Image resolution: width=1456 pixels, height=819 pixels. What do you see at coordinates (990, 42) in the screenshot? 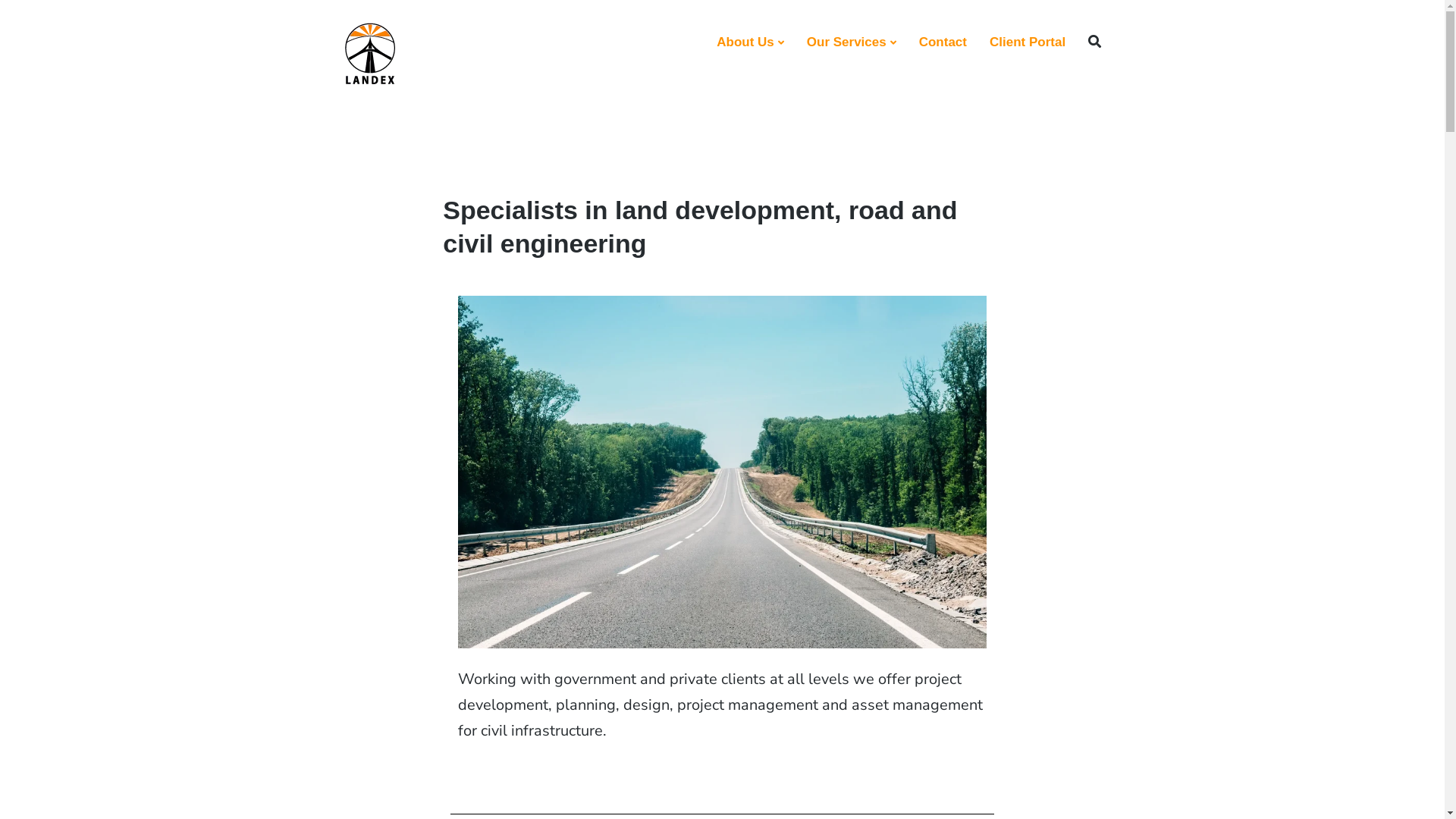
I see `'Client Portal'` at bounding box center [990, 42].